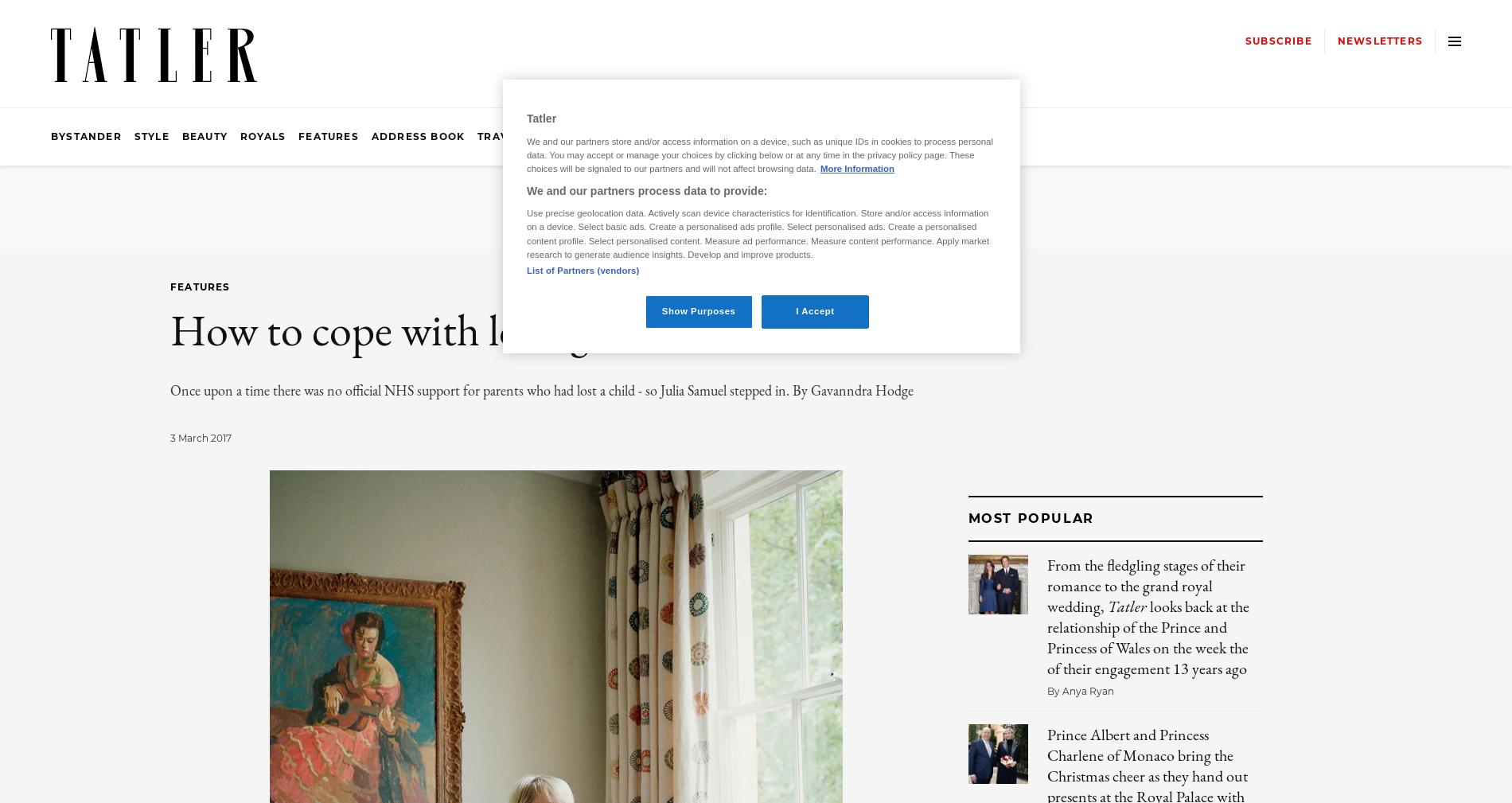  What do you see at coordinates (1105, 605) in the screenshot?
I see `'Tatler'` at bounding box center [1105, 605].